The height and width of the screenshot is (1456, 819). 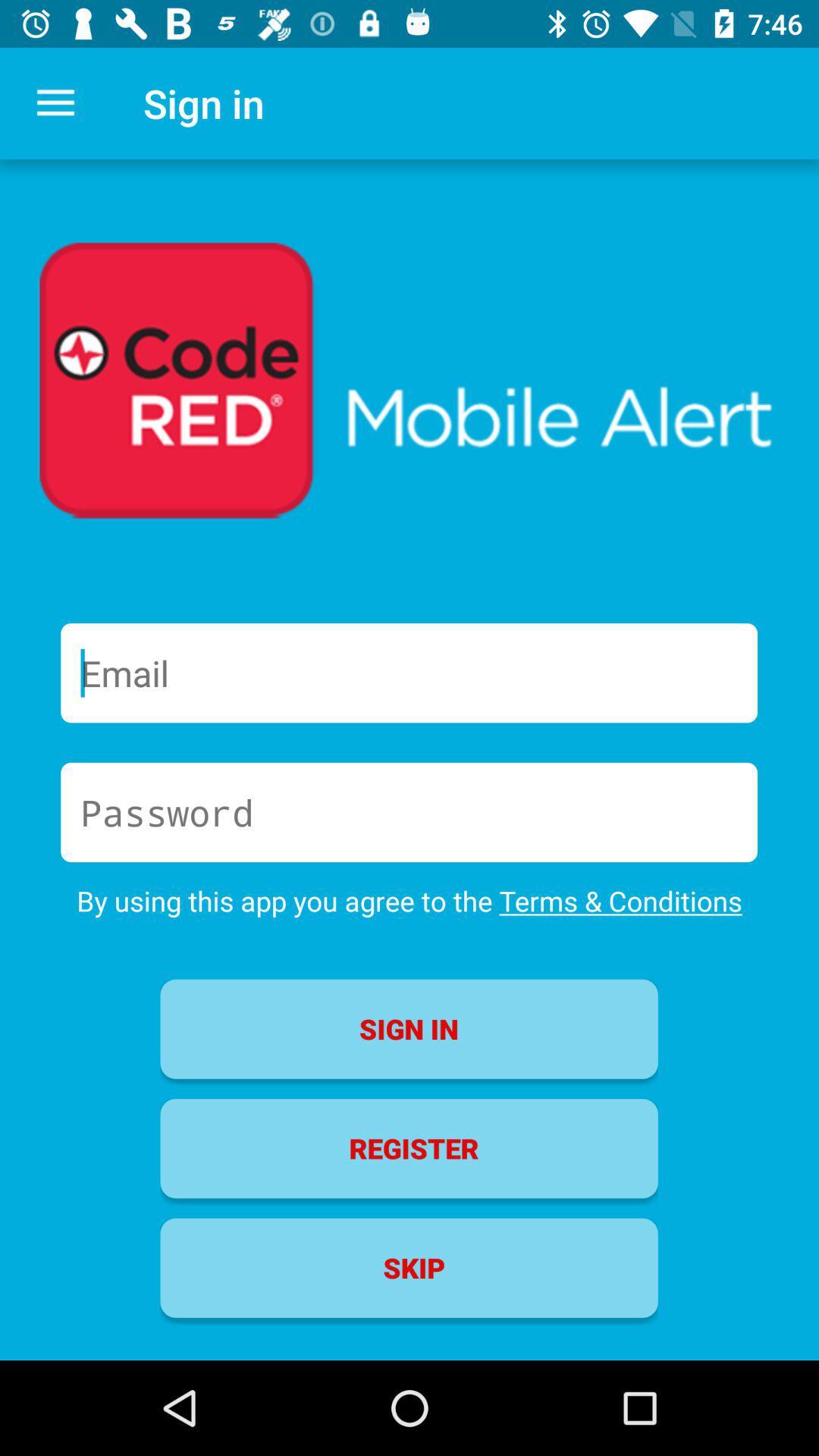 I want to click on the by using this item, so click(x=409, y=901).